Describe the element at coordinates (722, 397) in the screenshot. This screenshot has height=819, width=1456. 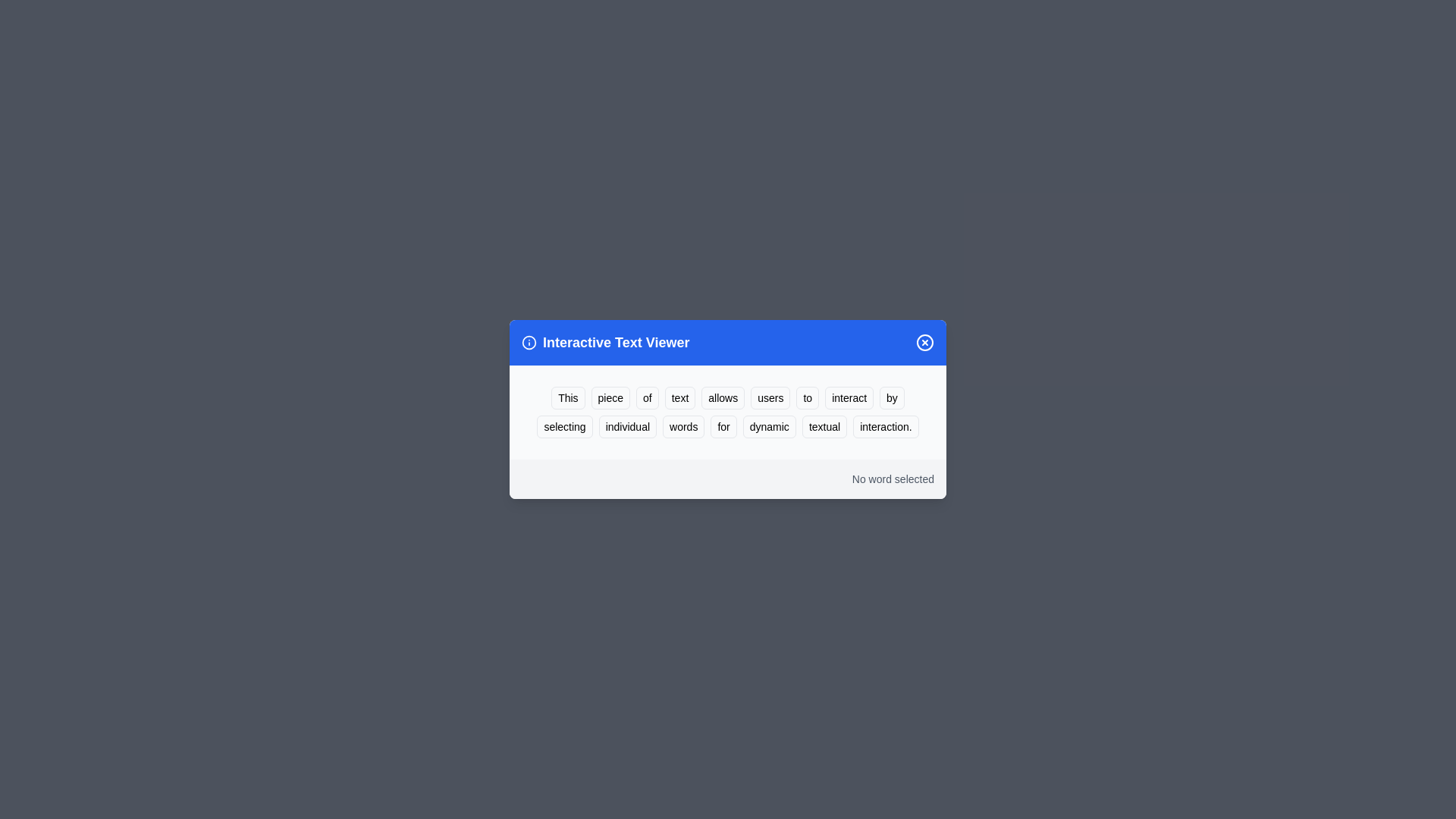
I see `the word 'allows' to highlight it` at that location.